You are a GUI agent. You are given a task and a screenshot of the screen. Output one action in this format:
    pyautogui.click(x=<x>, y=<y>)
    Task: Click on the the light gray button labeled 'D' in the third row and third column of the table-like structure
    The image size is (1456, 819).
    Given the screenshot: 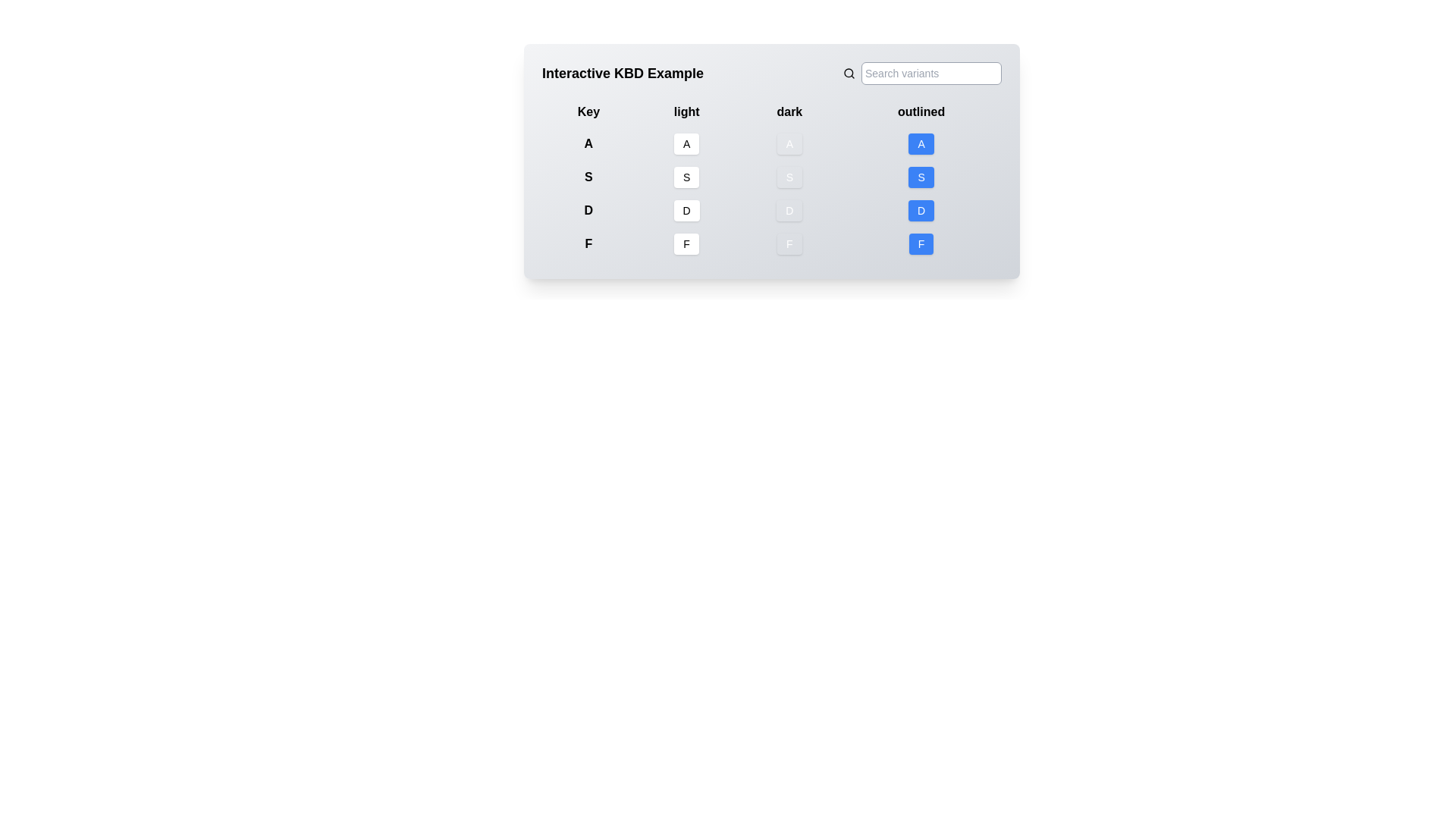 What is the action you would take?
    pyautogui.click(x=771, y=193)
    